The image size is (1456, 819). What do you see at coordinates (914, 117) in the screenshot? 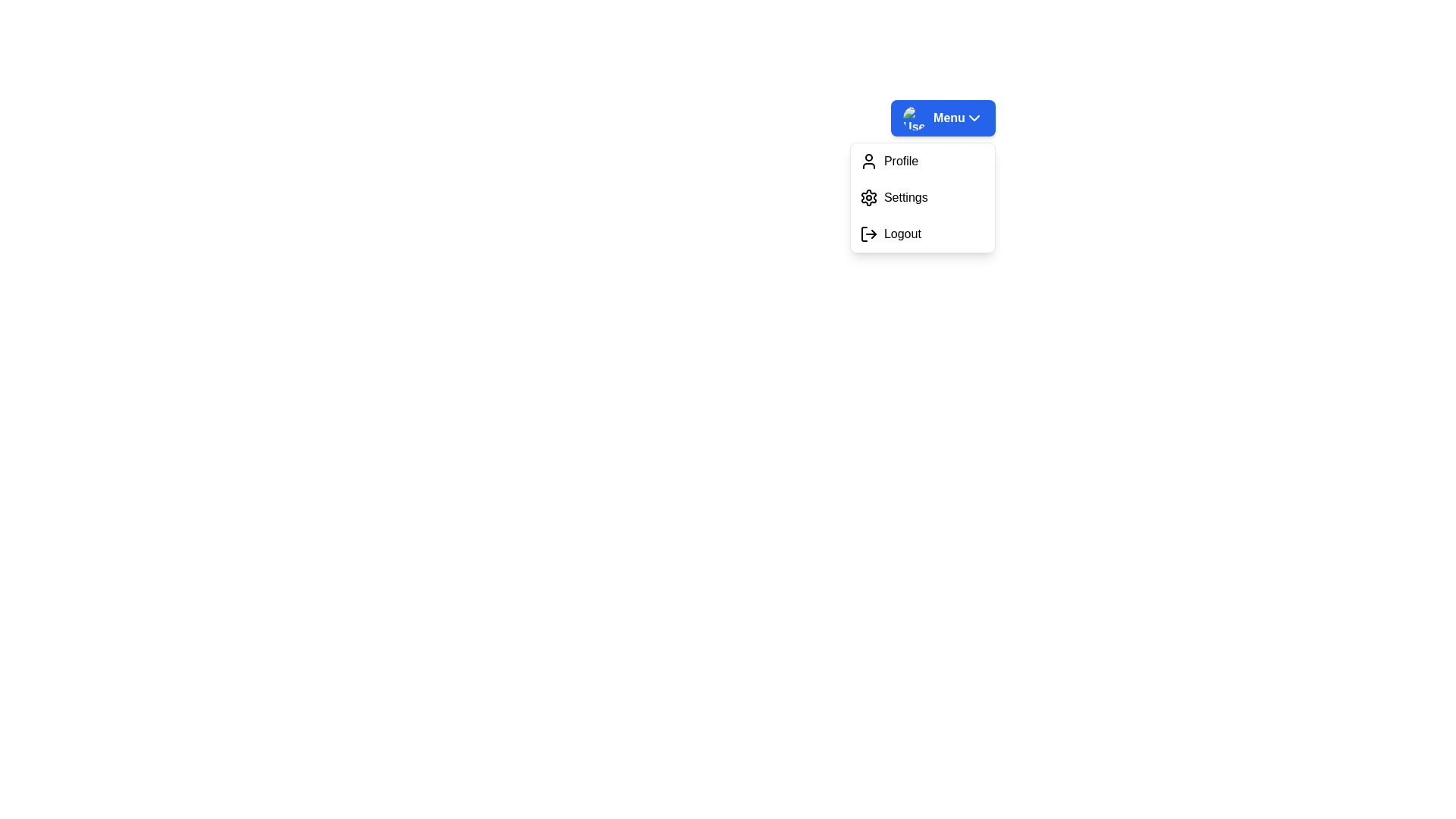
I see `the avatar image in the dropdown menu` at bounding box center [914, 117].